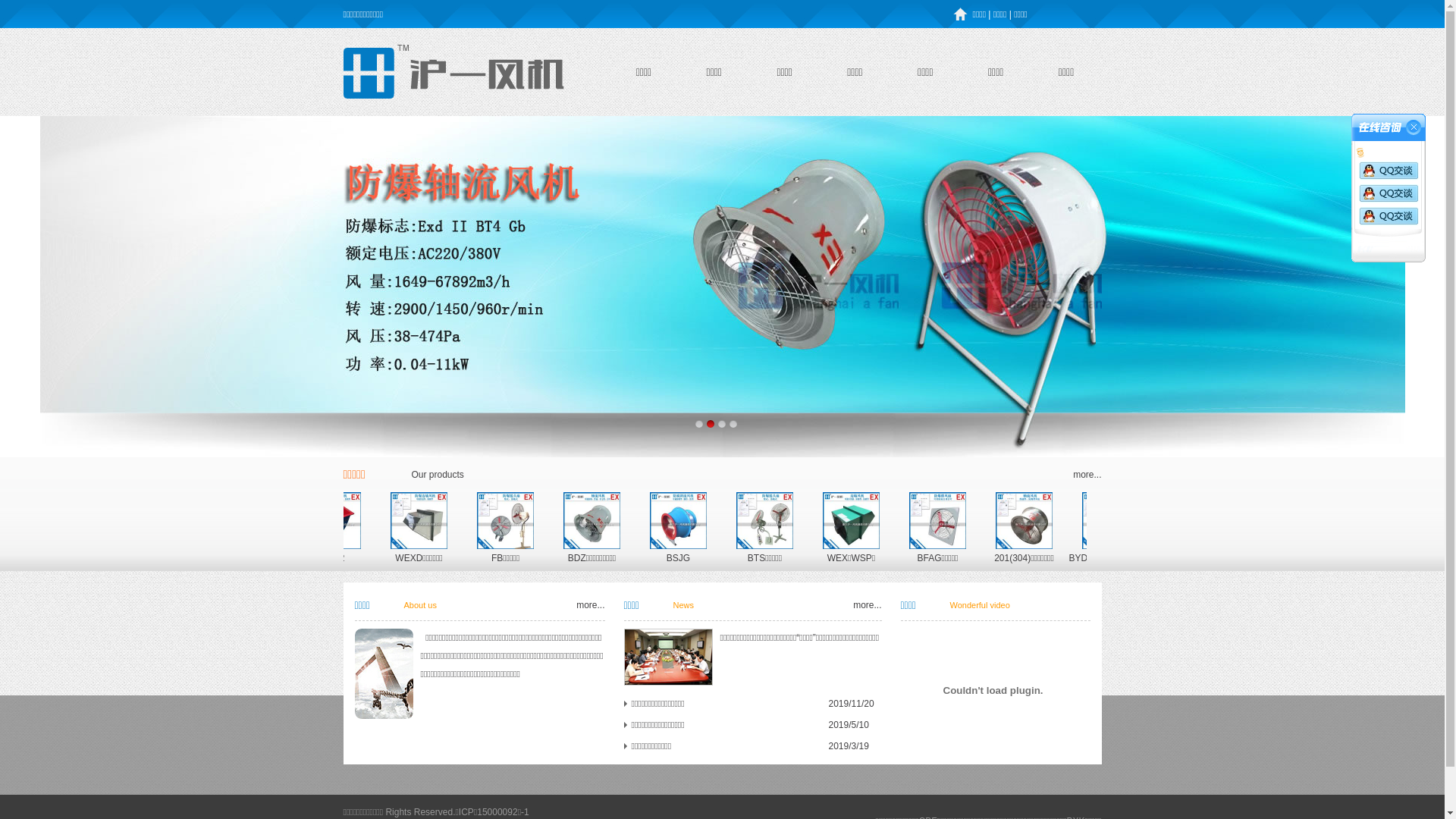 The width and height of the screenshot is (1456, 819). What do you see at coordinates (867, 604) in the screenshot?
I see `'more...'` at bounding box center [867, 604].